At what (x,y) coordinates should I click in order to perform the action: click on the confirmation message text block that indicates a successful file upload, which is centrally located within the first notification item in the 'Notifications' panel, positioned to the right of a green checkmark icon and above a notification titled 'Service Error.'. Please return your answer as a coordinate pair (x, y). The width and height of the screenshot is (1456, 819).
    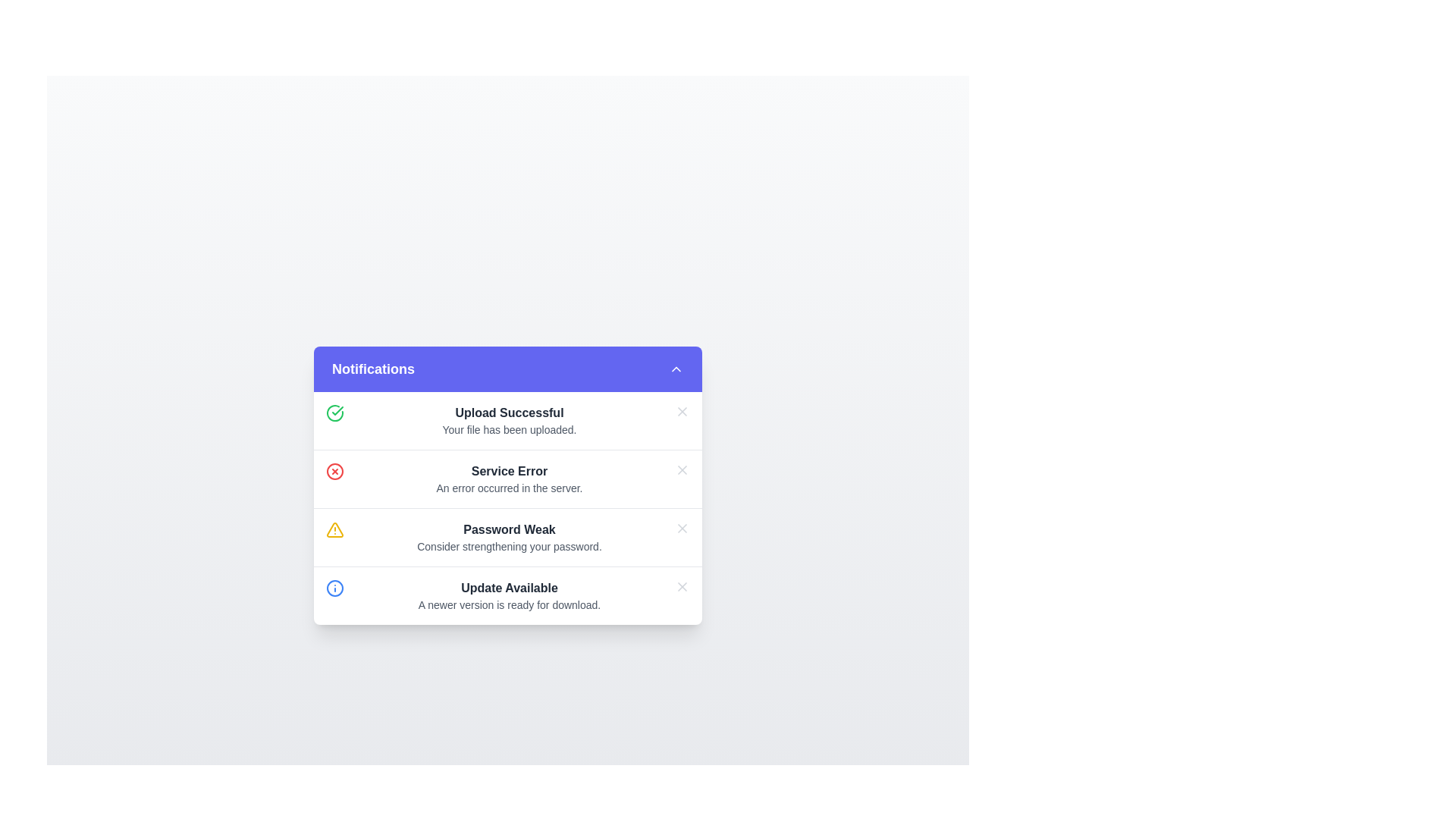
    Looking at the image, I should click on (510, 420).